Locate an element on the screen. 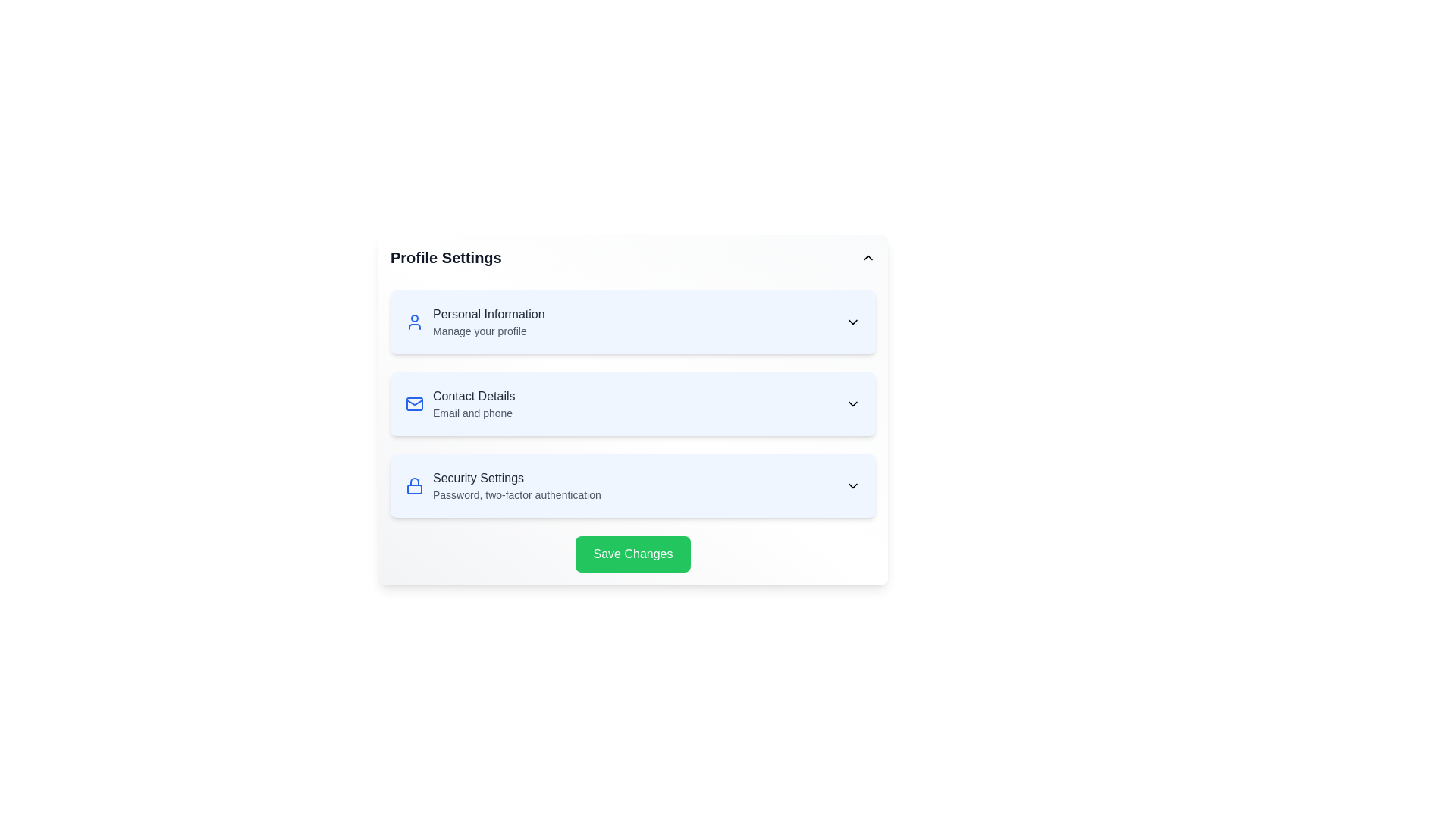 The height and width of the screenshot is (819, 1456). the 'Contact Details' text with the blue envelope icon is located at coordinates (460, 403).